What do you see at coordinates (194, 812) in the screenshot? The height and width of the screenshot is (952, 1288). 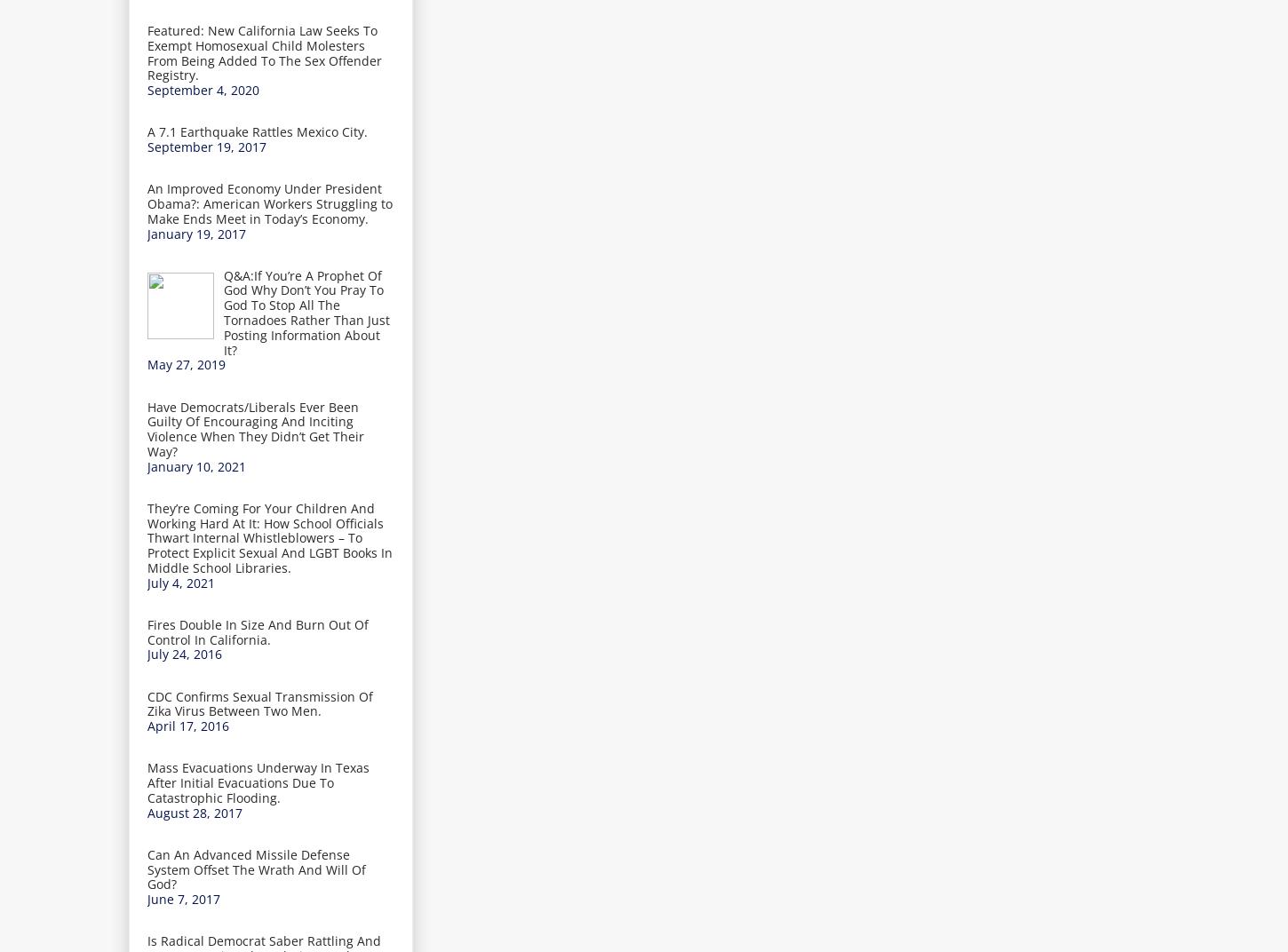 I see `'August 28, 2017'` at bounding box center [194, 812].